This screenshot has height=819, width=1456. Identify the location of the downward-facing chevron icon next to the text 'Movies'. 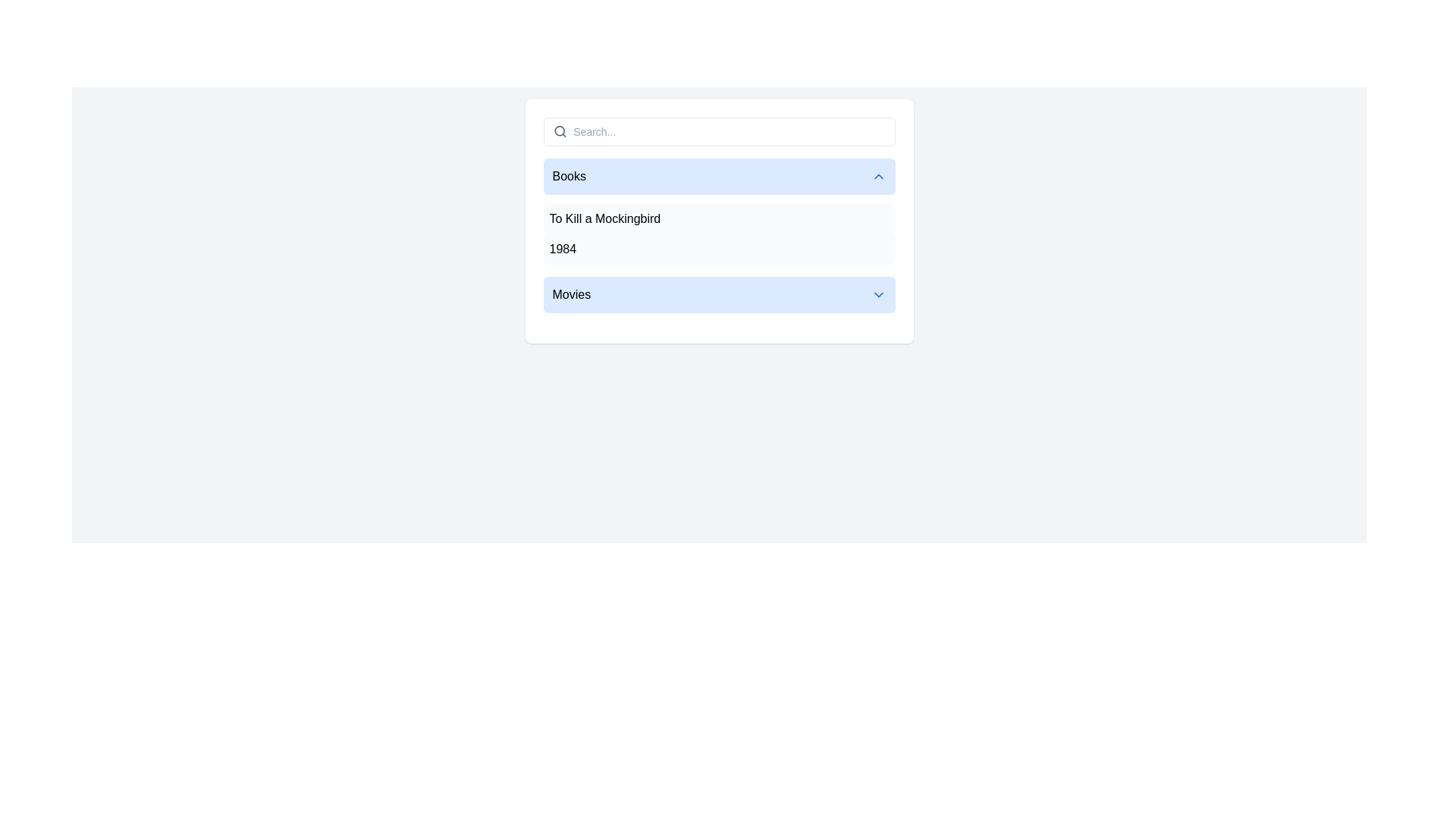
(878, 295).